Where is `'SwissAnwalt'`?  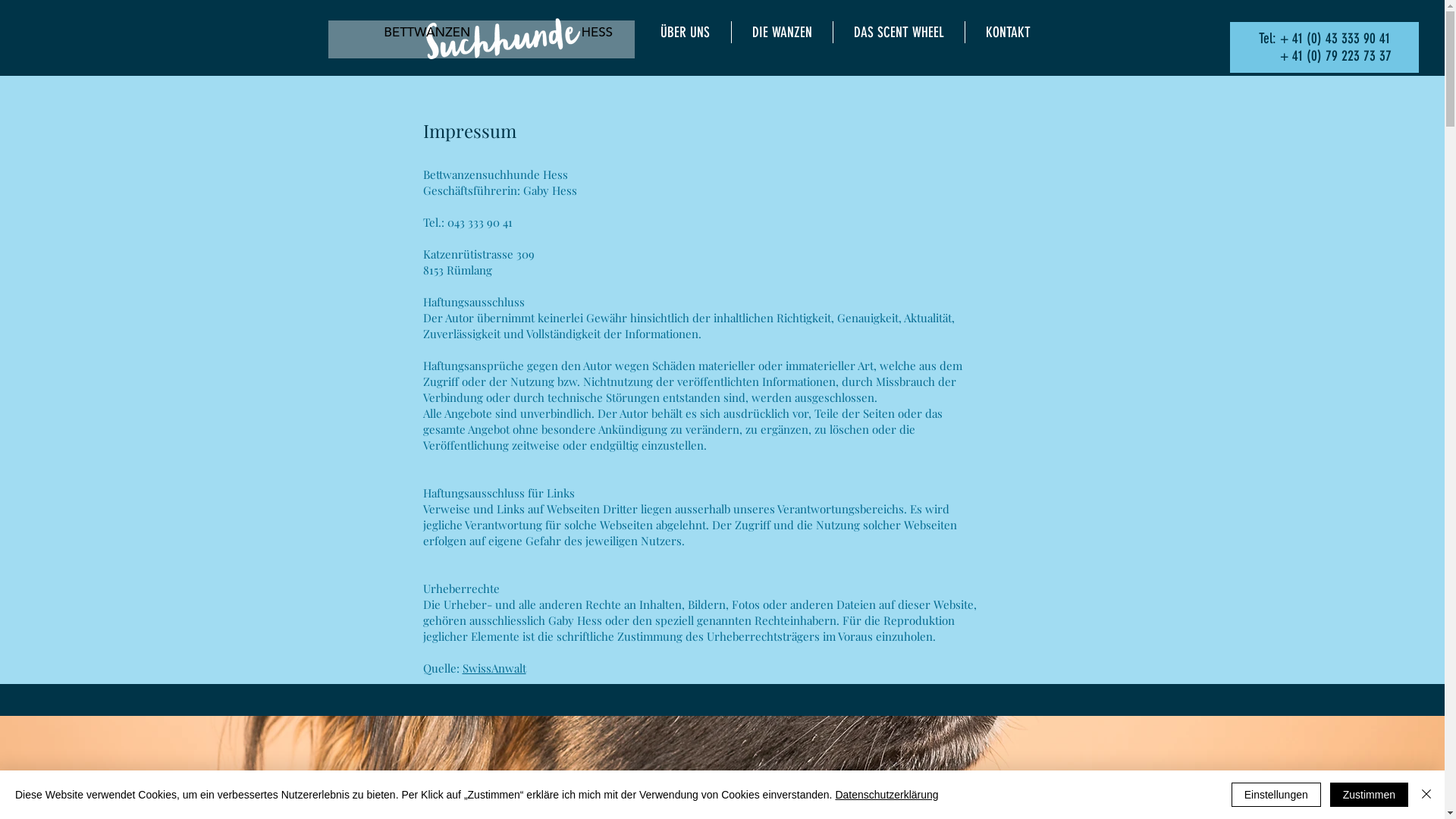 'SwissAnwalt' is located at coordinates (494, 667).